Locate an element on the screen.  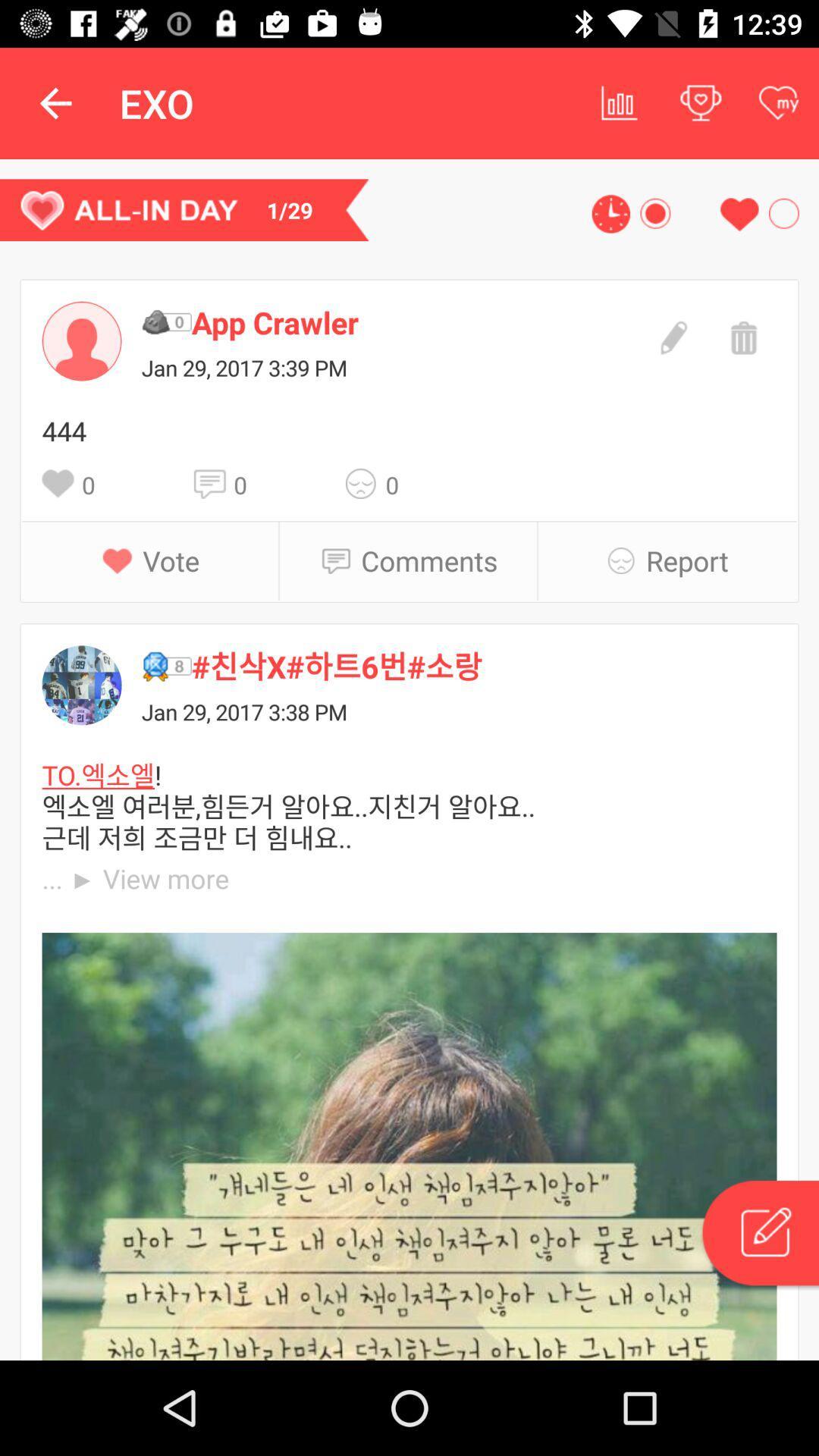
write post is located at coordinates (759, 1235).